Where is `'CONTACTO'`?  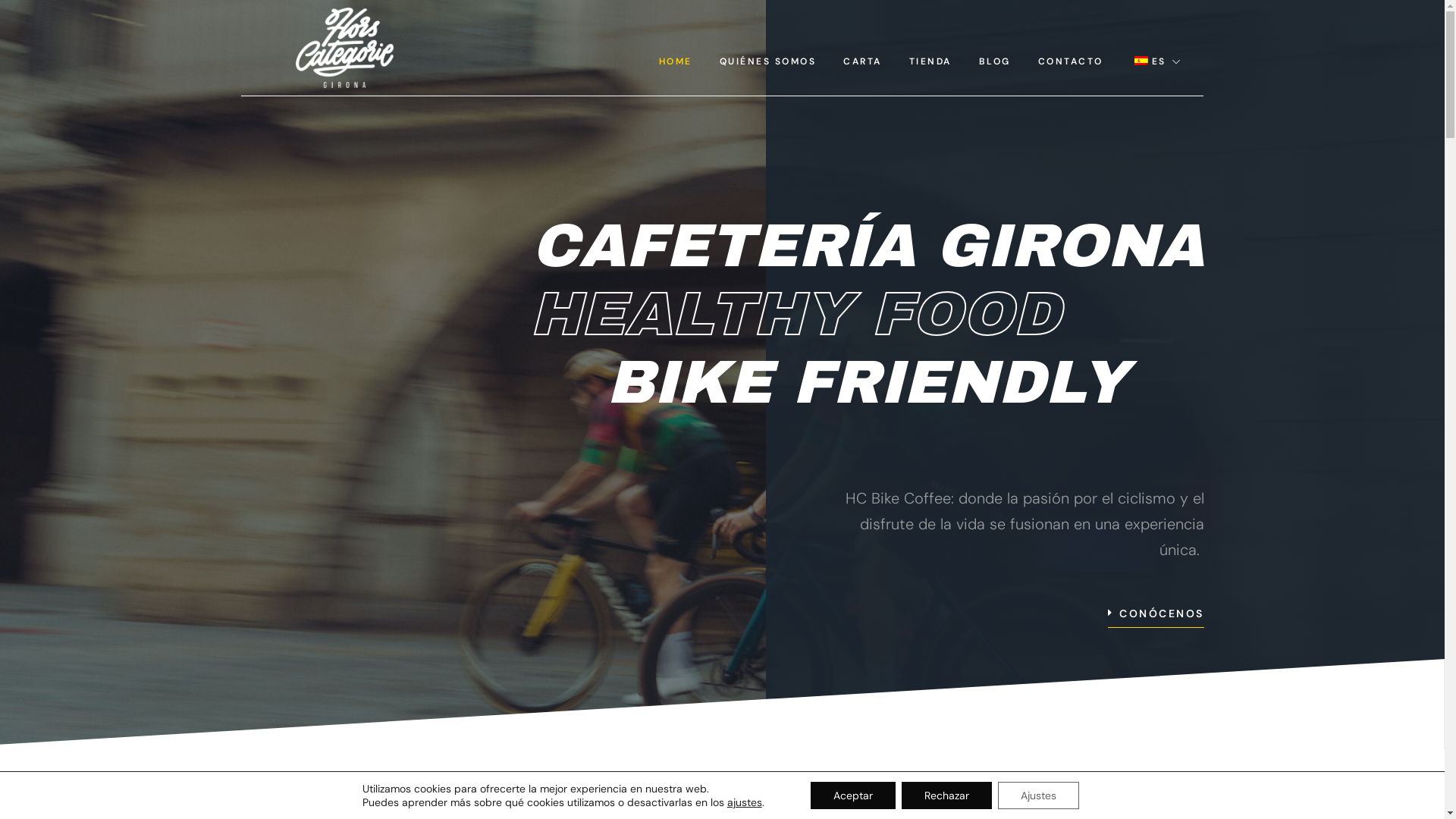
'CONTACTO' is located at coordinates (1069, 61).